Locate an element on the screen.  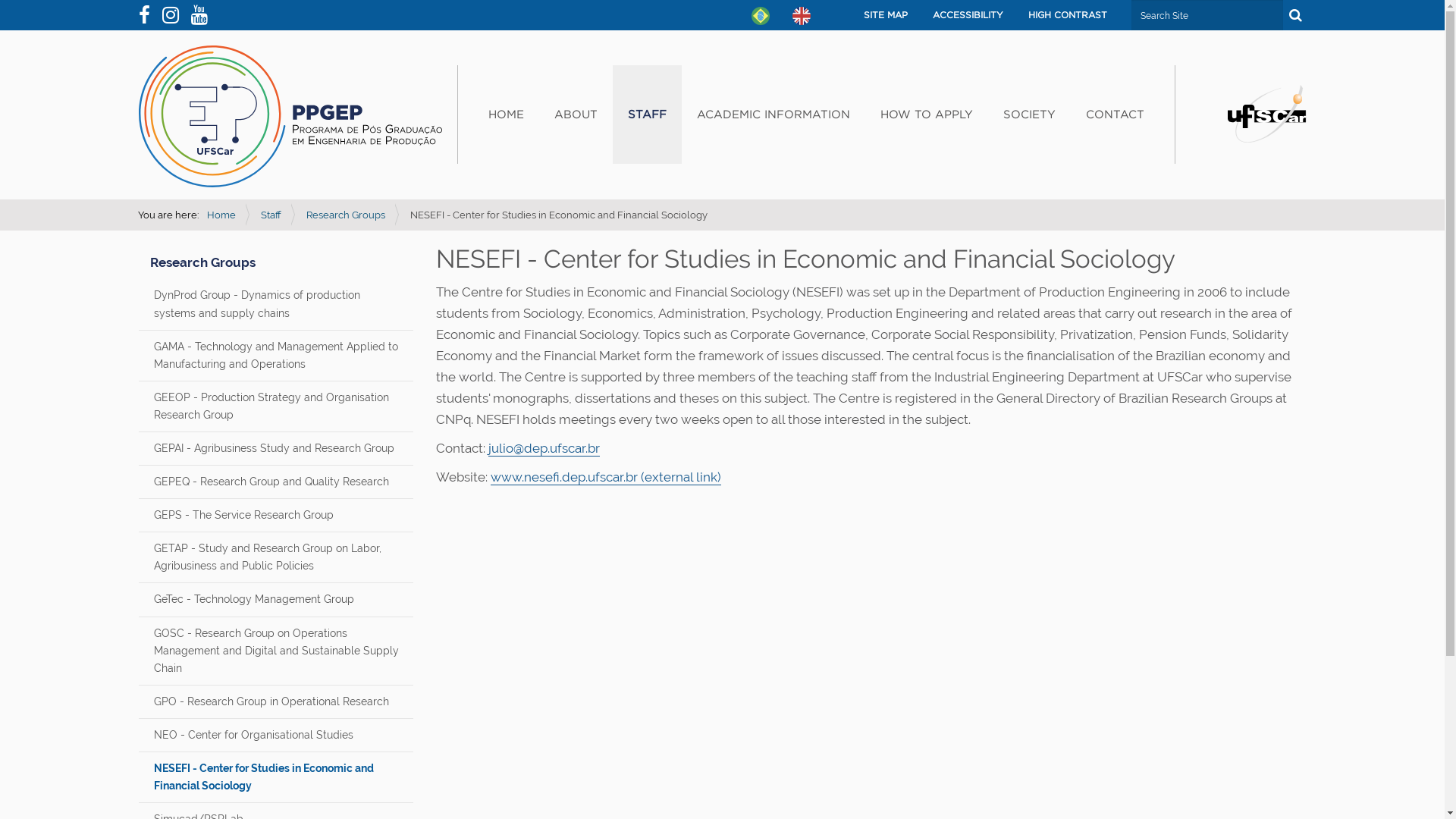
'GEPEQ - Research Group and Quality Research' is located at coordinates (275, 482).